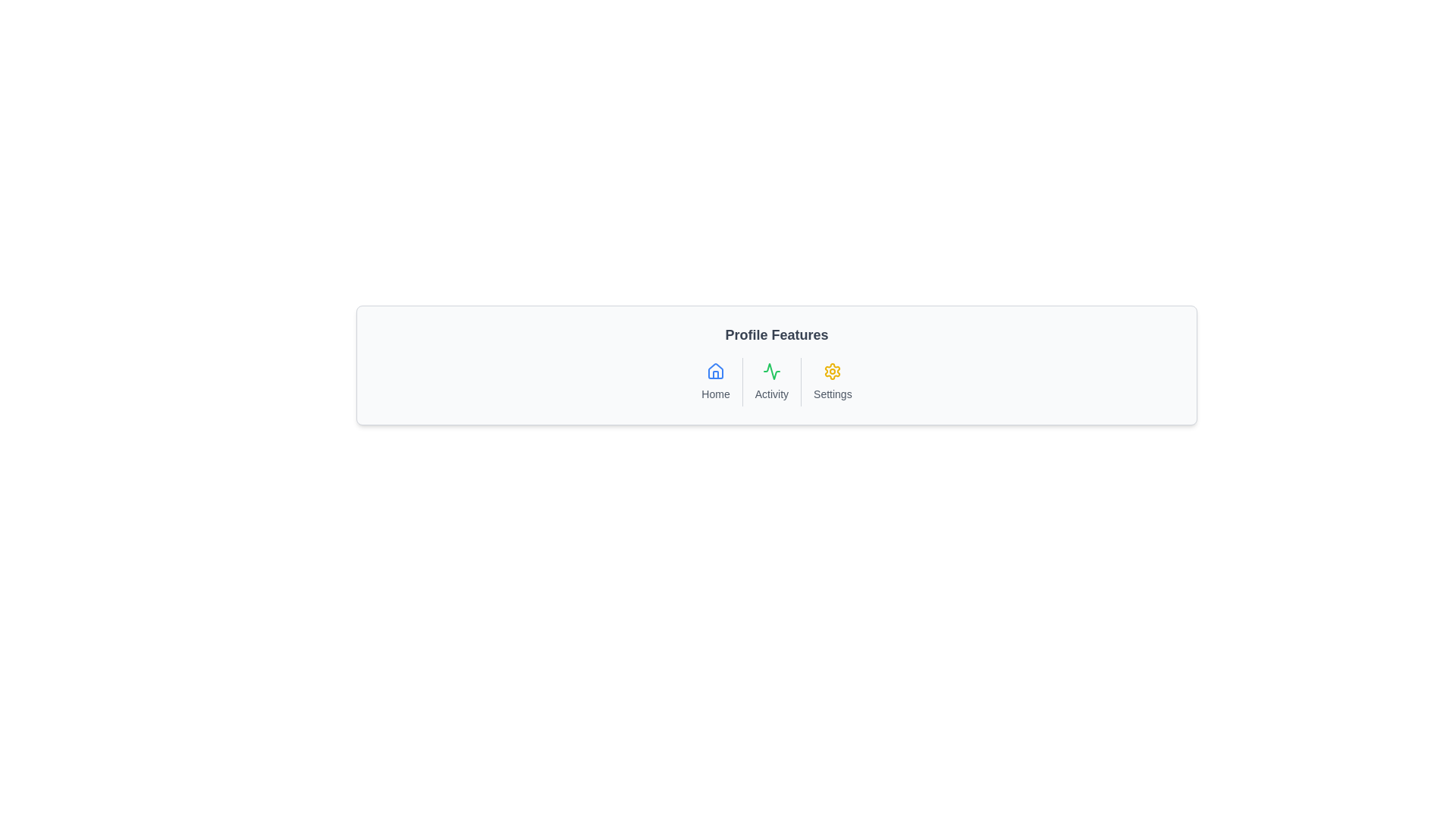 The width and height of the screenshot is (1456, 819). I want to click on the gear icon located in the bottom right corner of the row, so click(832, 371).